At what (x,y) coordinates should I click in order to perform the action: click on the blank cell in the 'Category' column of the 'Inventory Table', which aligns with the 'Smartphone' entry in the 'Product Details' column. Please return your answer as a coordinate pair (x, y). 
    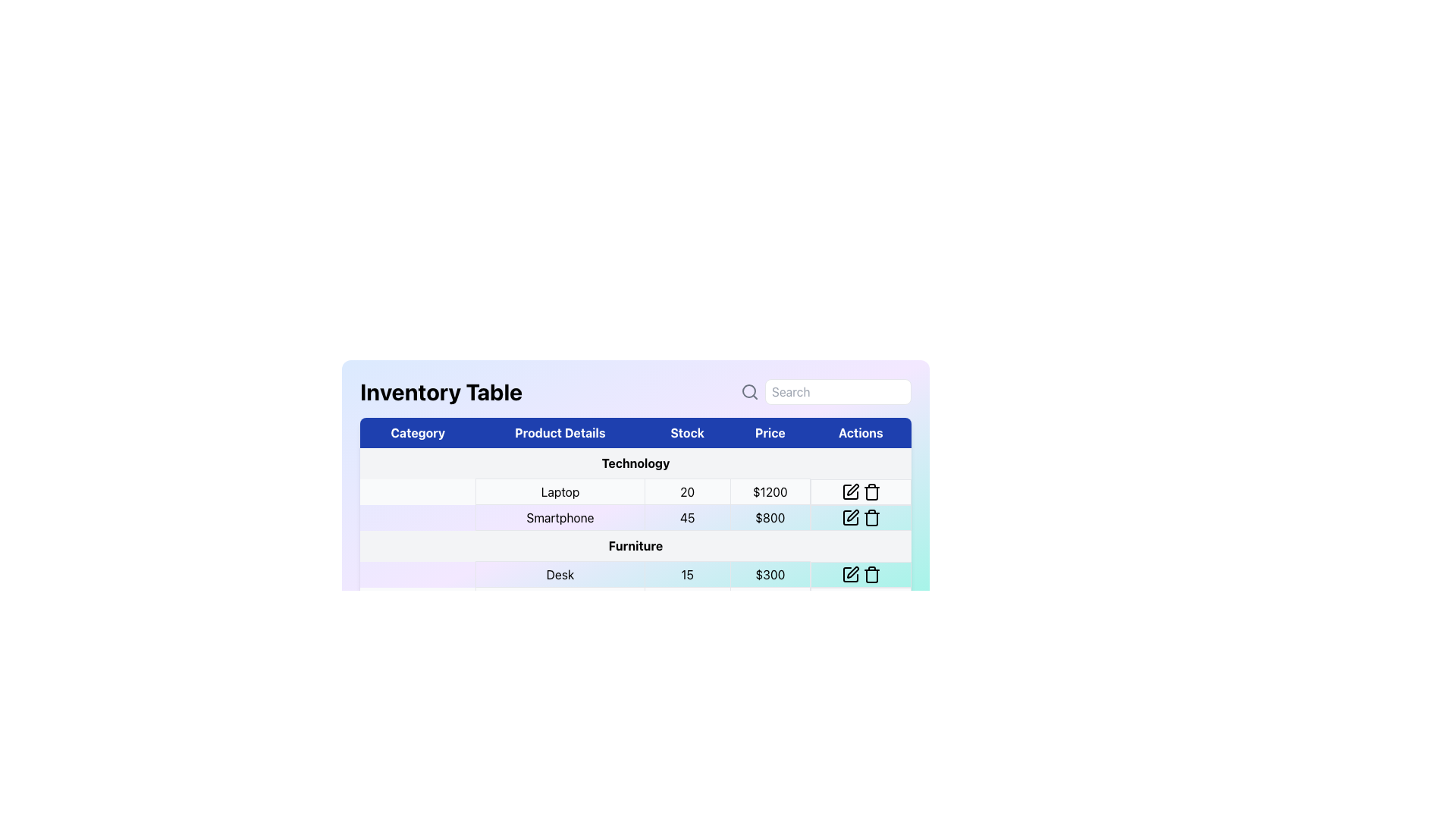
    Looking at the image, I should click on (418, 516).